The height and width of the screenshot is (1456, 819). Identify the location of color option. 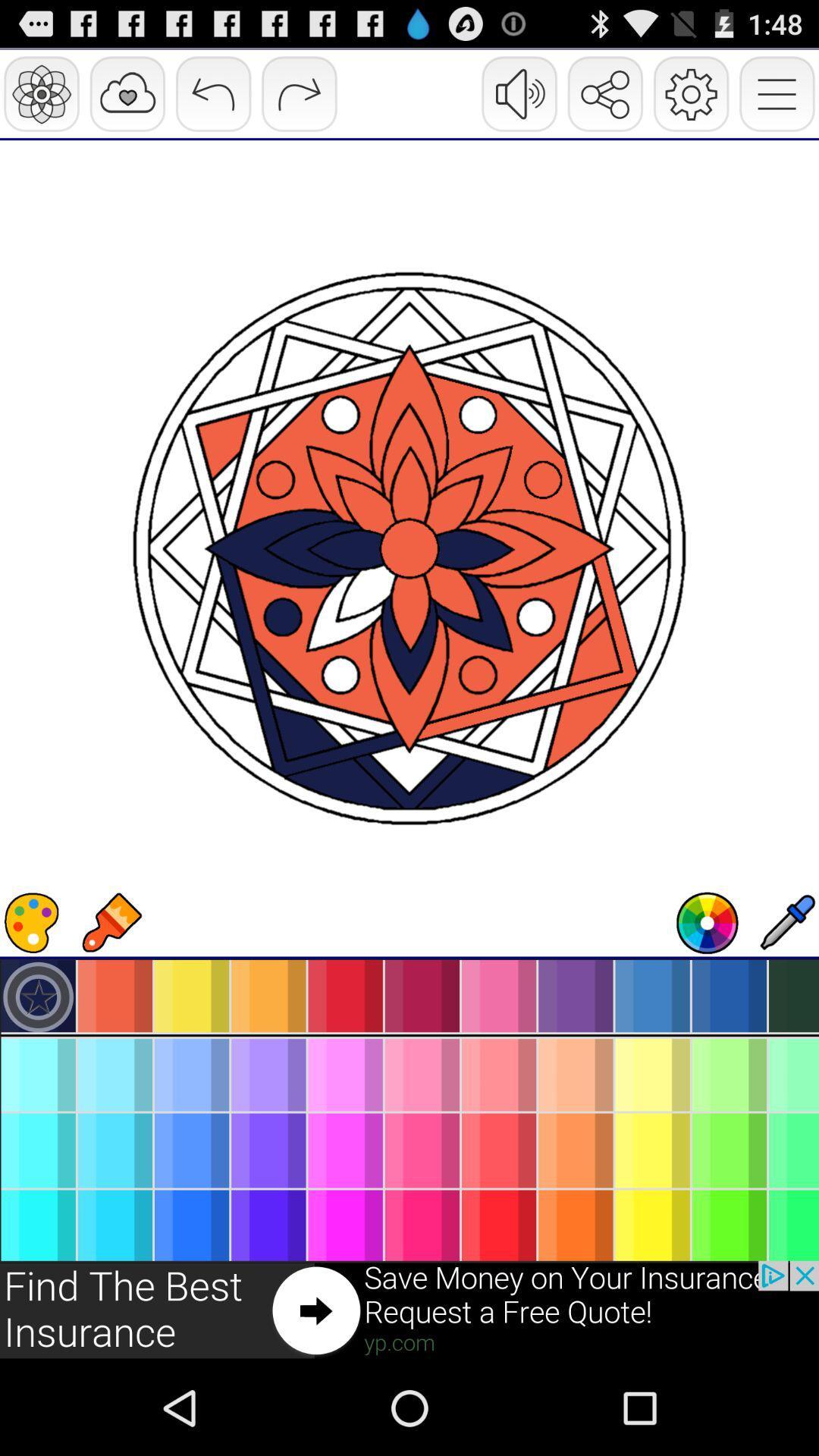
(32, 922).